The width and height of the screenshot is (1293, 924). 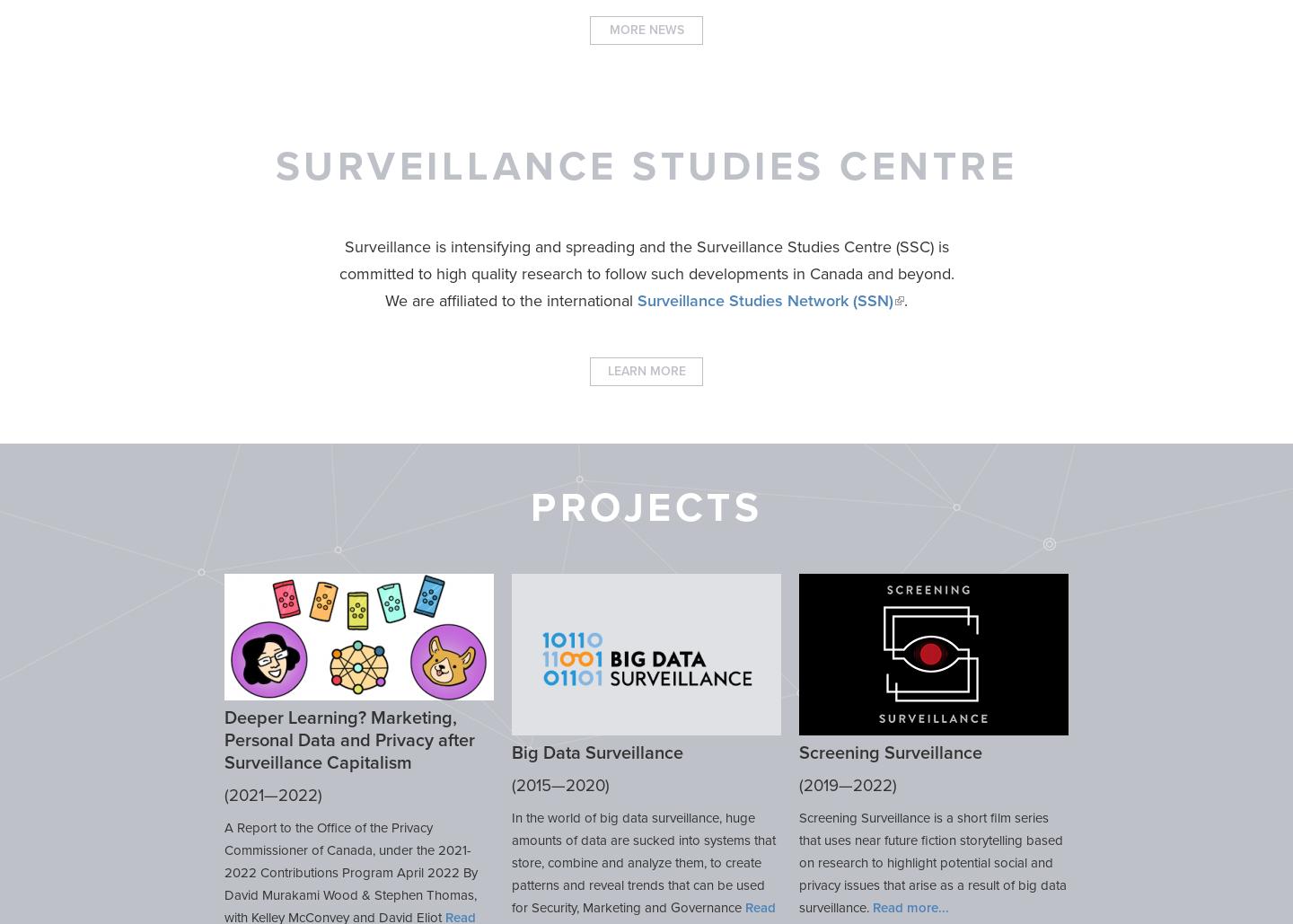 I want to click on 'Projects', so click(x=530, y=506).